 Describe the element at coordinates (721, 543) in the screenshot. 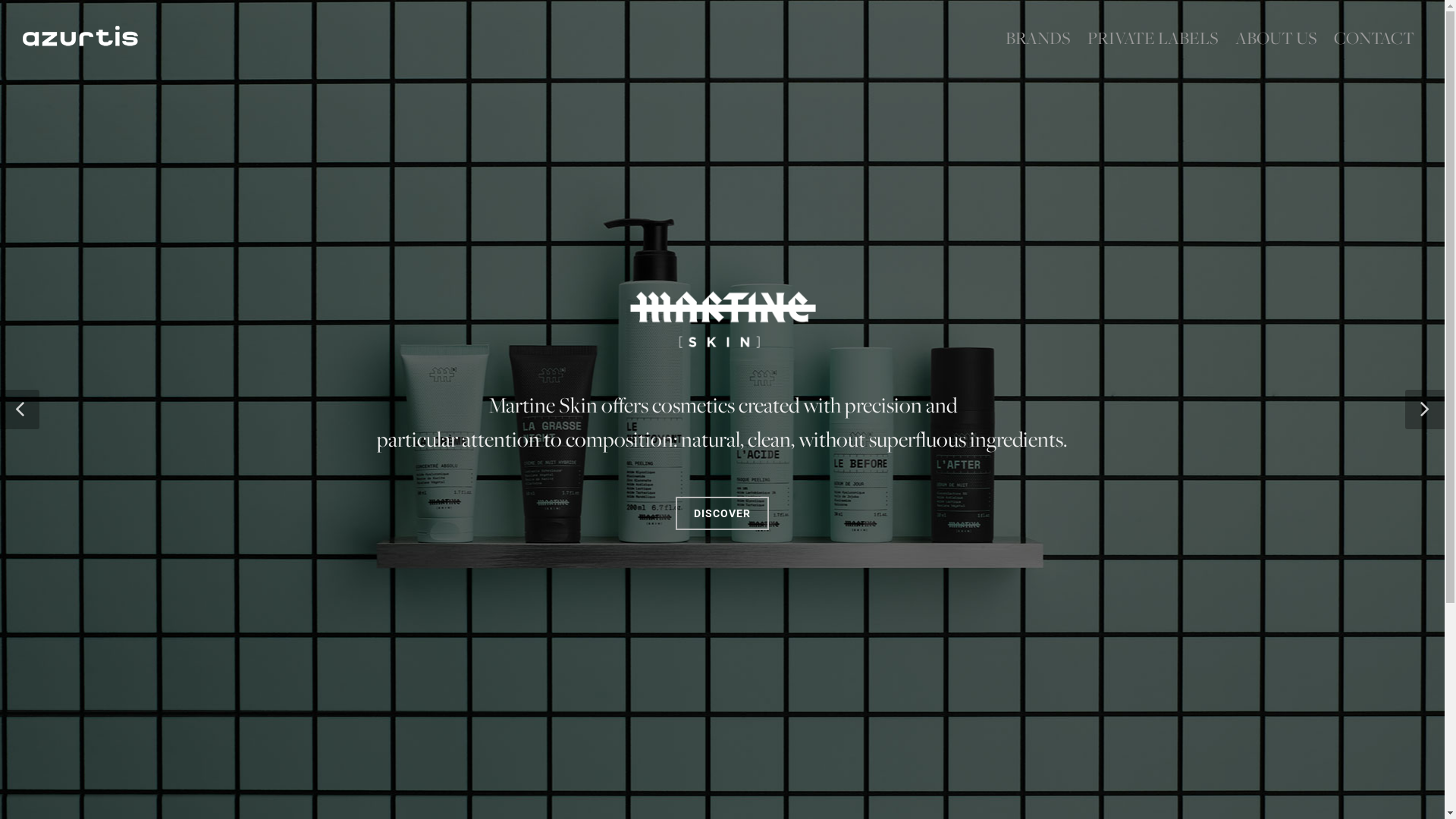

I see `'DISCOVER'` at that location.